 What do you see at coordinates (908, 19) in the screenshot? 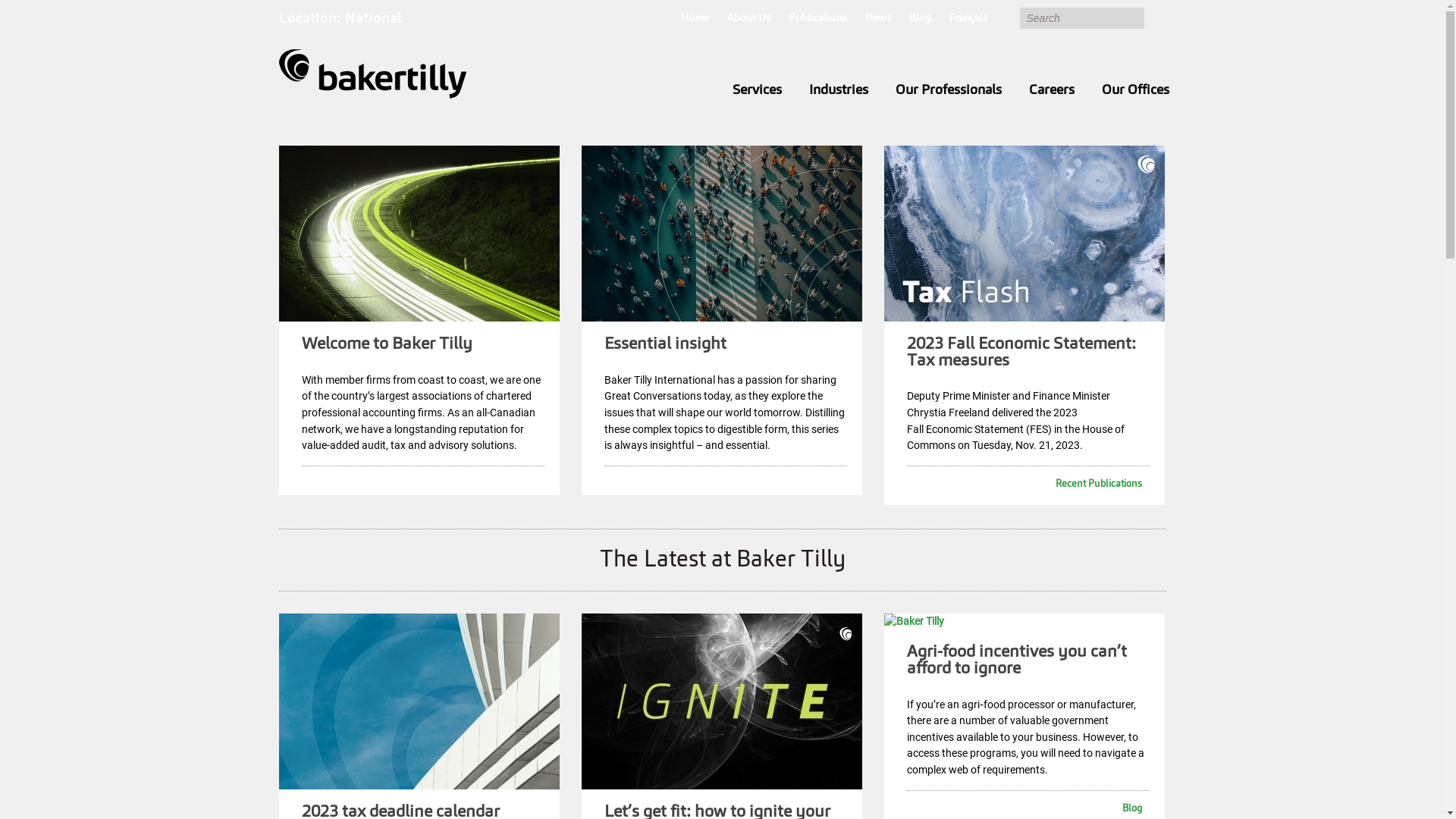
I see `'Blog'` at bounding box center [908, 19].